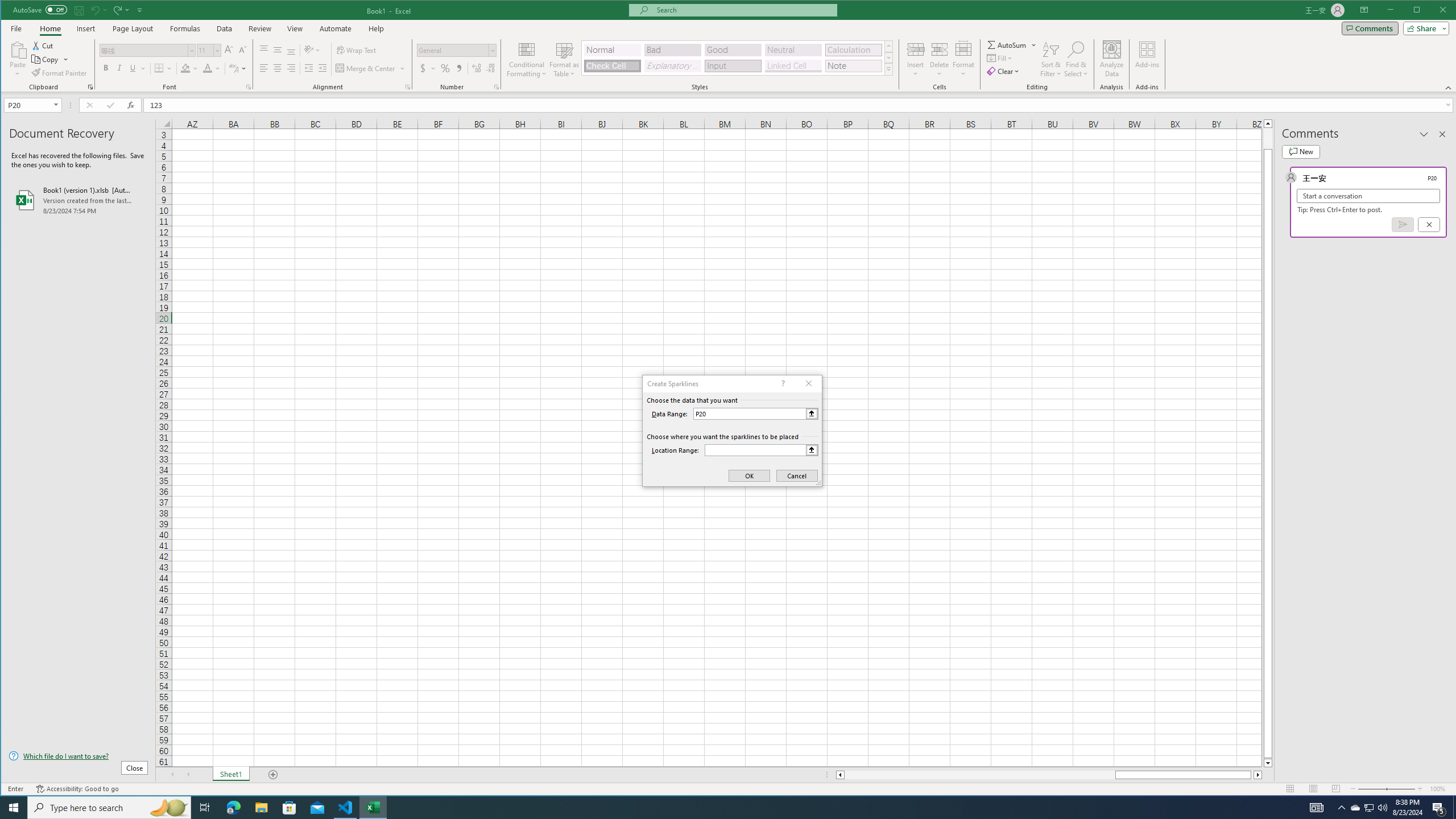 Image resolution: width=1456 pixels, height=819 pixels. What do you see at coordinates (208, 49) in the screenshot?
I see `'Font Size'` at bounding box center [208, 49].